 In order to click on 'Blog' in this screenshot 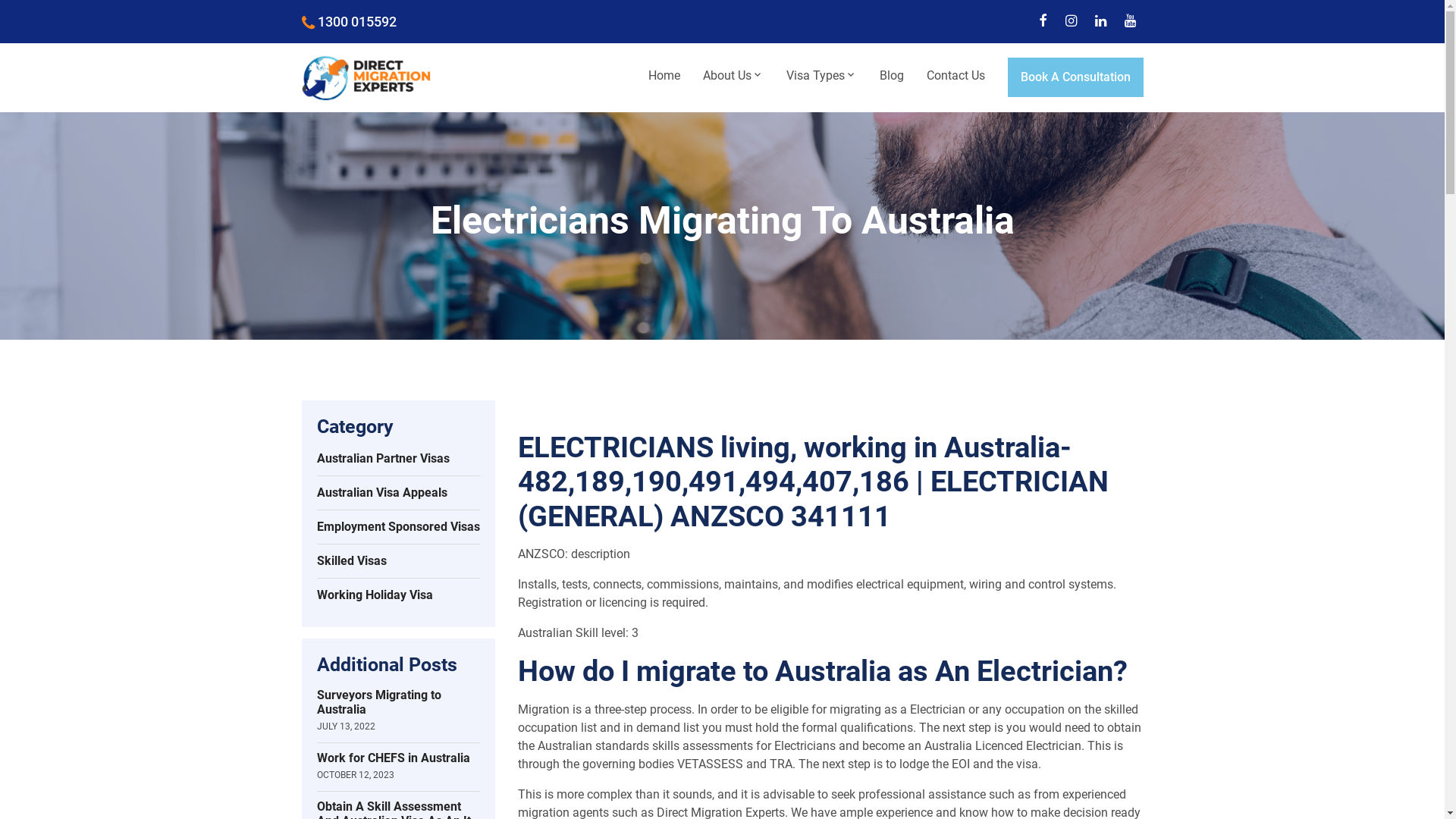, I will do `click(891, 76)`.